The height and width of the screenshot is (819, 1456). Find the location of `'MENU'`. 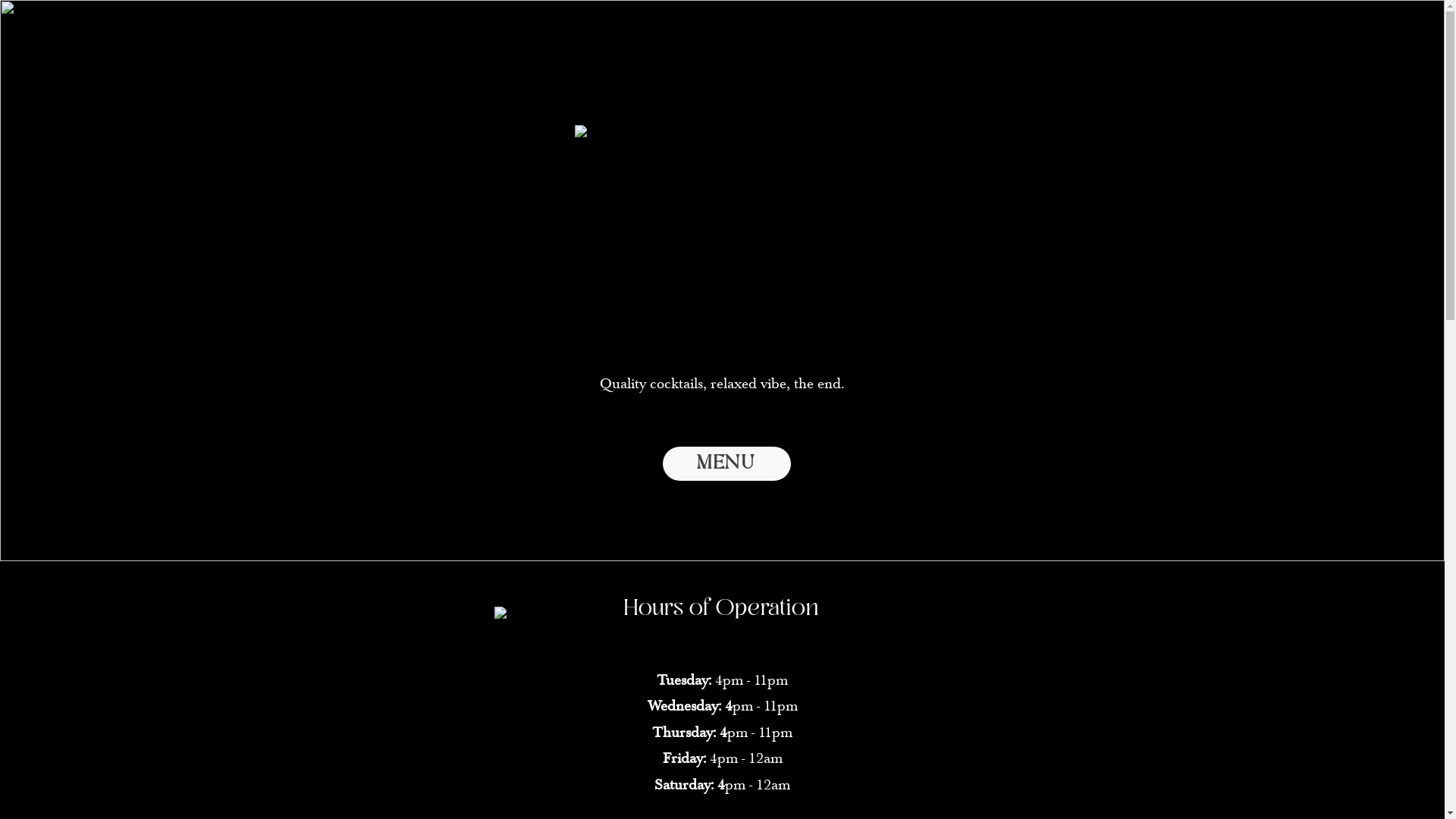

'MENU' is located at coordinates (726, 463).